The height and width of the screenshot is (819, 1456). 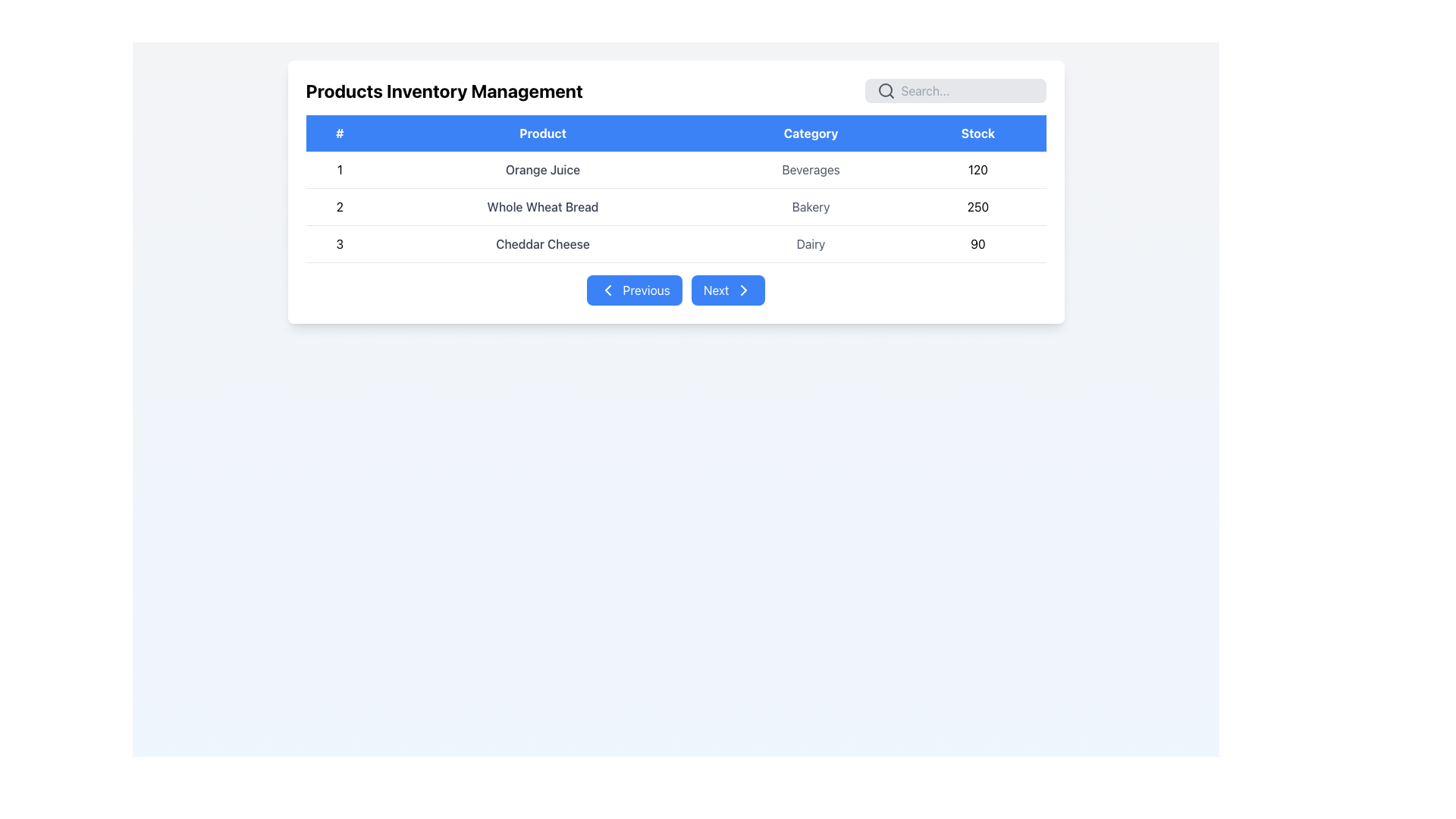 I want to click on the second row of the product inventory table, which is positioned between the first row for 'Orange Juice' and the third row for 'Cheddar Cheese', so click(x=675, y=207).